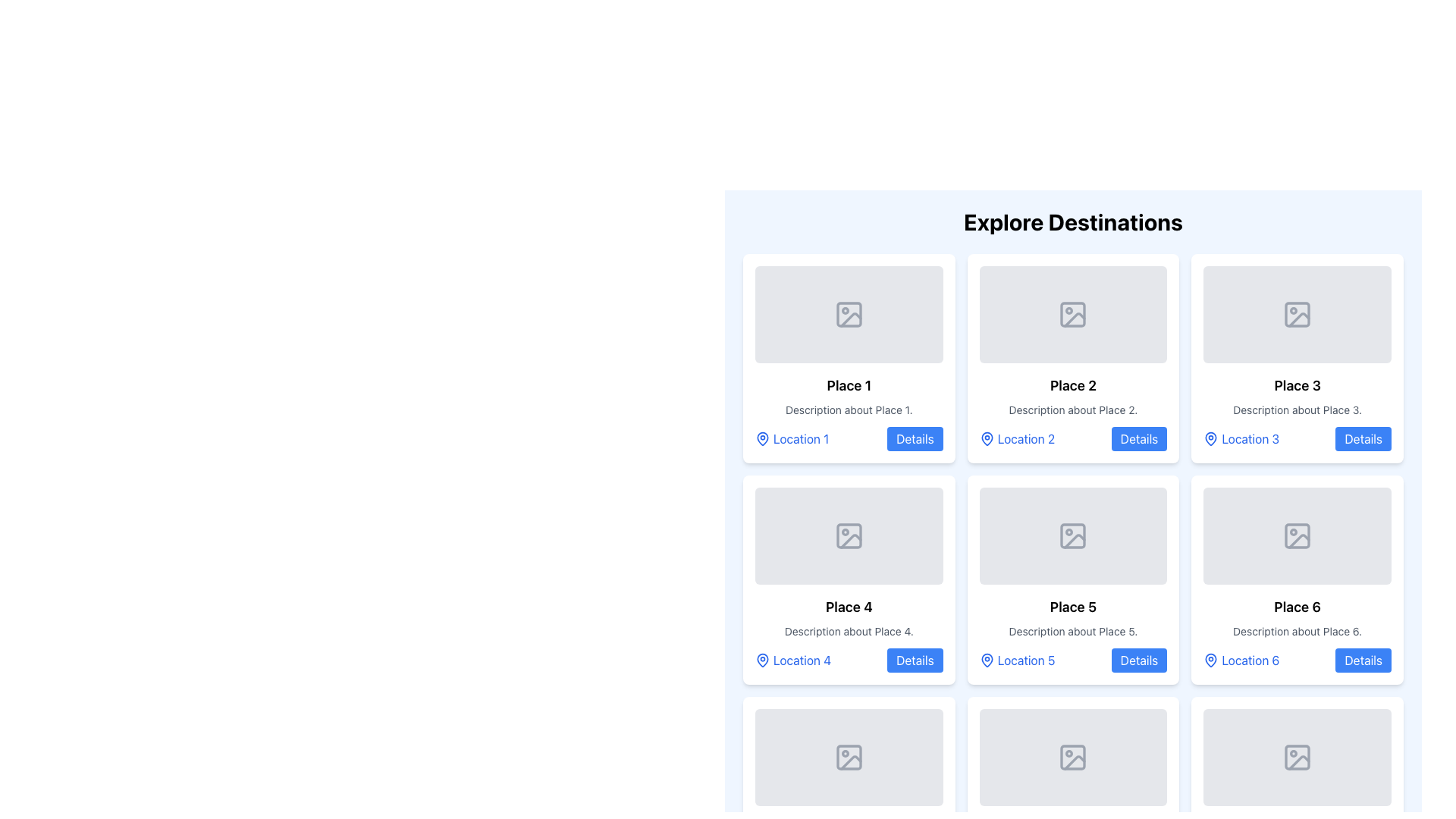 This screenshot has height=819, width=1456. Describe the element at coordinates (848, 314) in the screenshot. I see `the Image Placeholder, which is a large rectangular area with a light gray background and rounded corners, located in the upper part of the card for 'Place 1'` at that location.